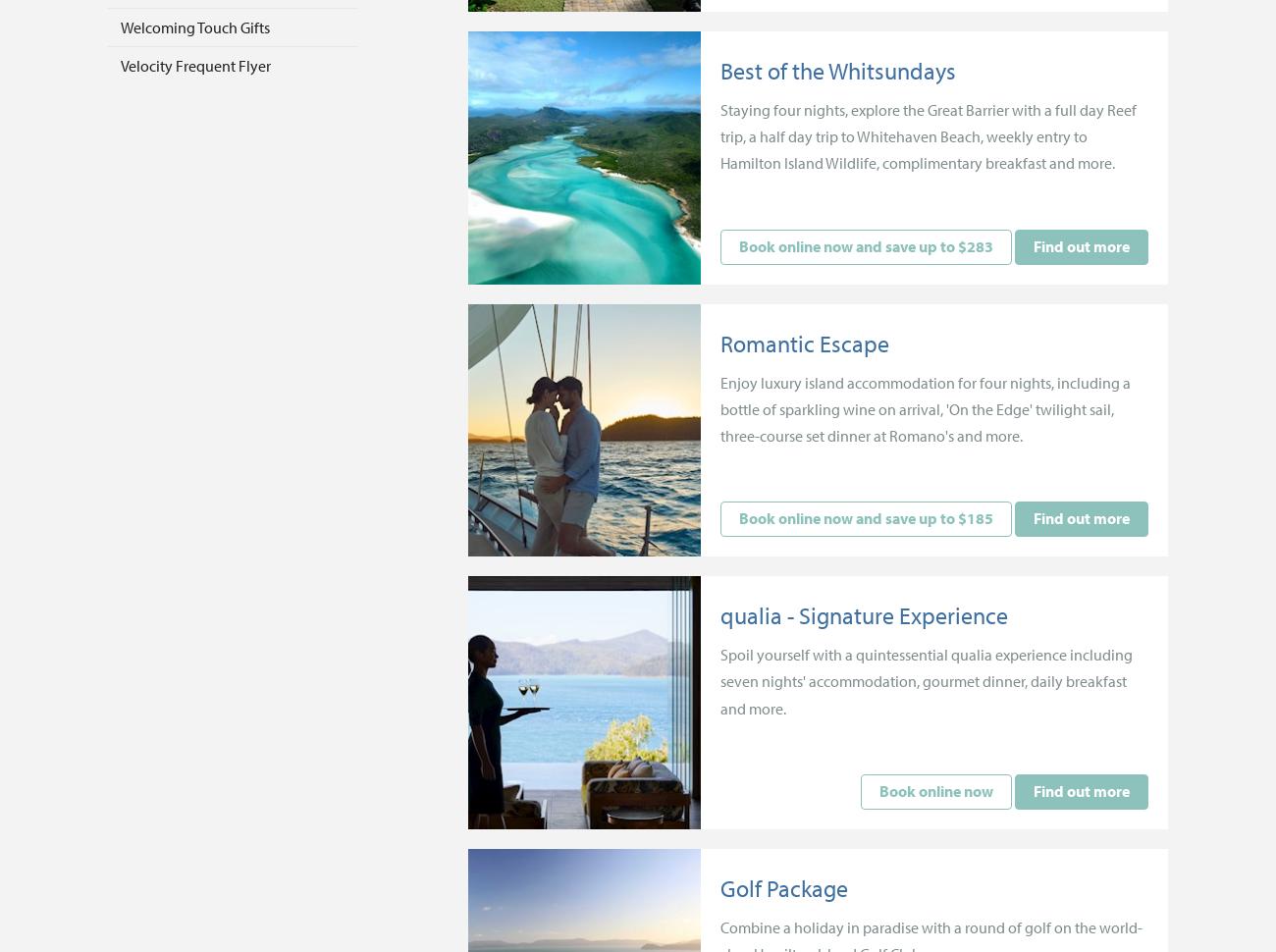 This screenshot has width=1276, height=952. I want to click on 'Romantic Escape', so click(719, 342).